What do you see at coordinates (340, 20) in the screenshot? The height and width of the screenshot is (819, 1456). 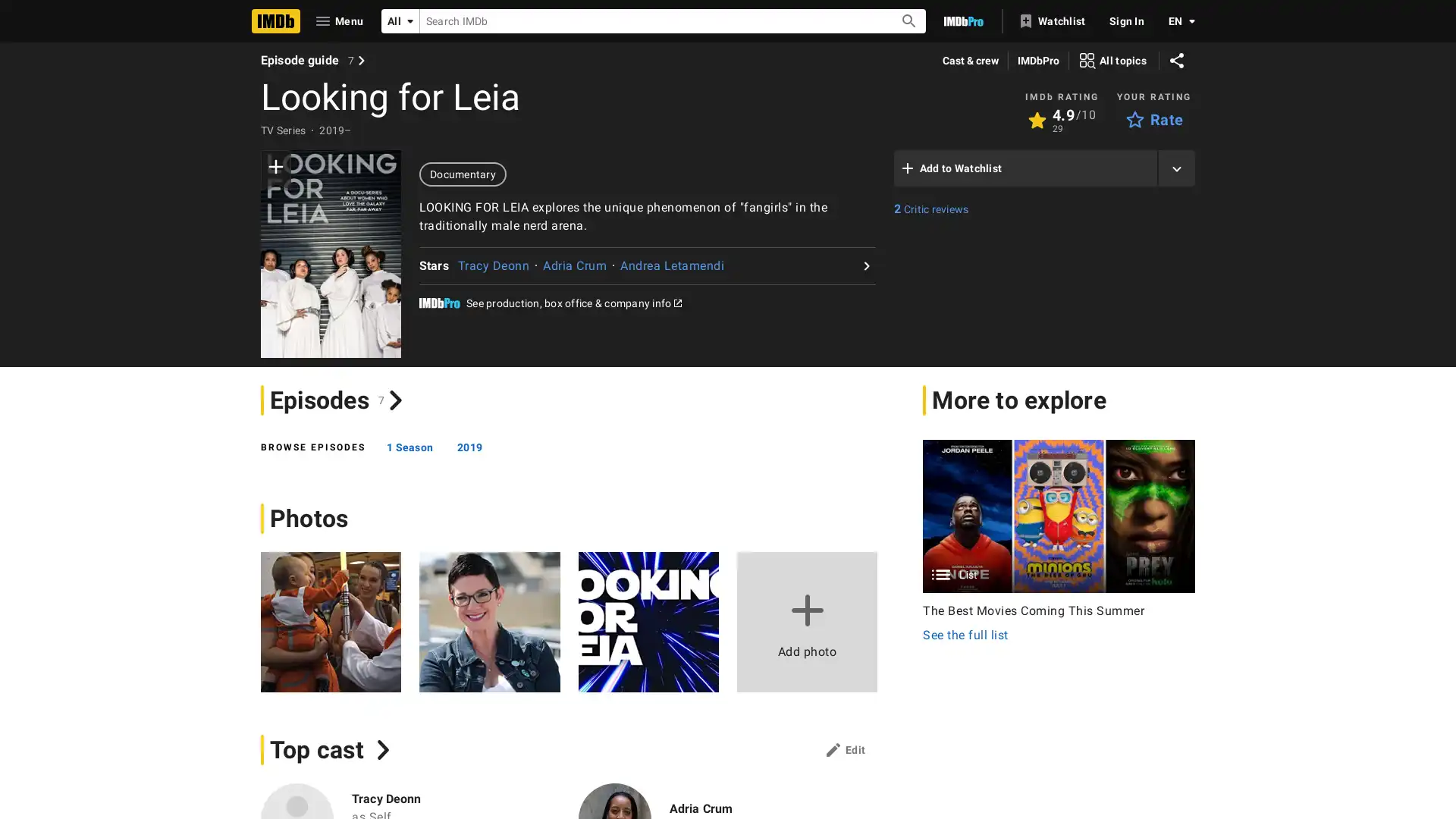 I see `Open Navigation Drawer` at bounding box center [340, 20].